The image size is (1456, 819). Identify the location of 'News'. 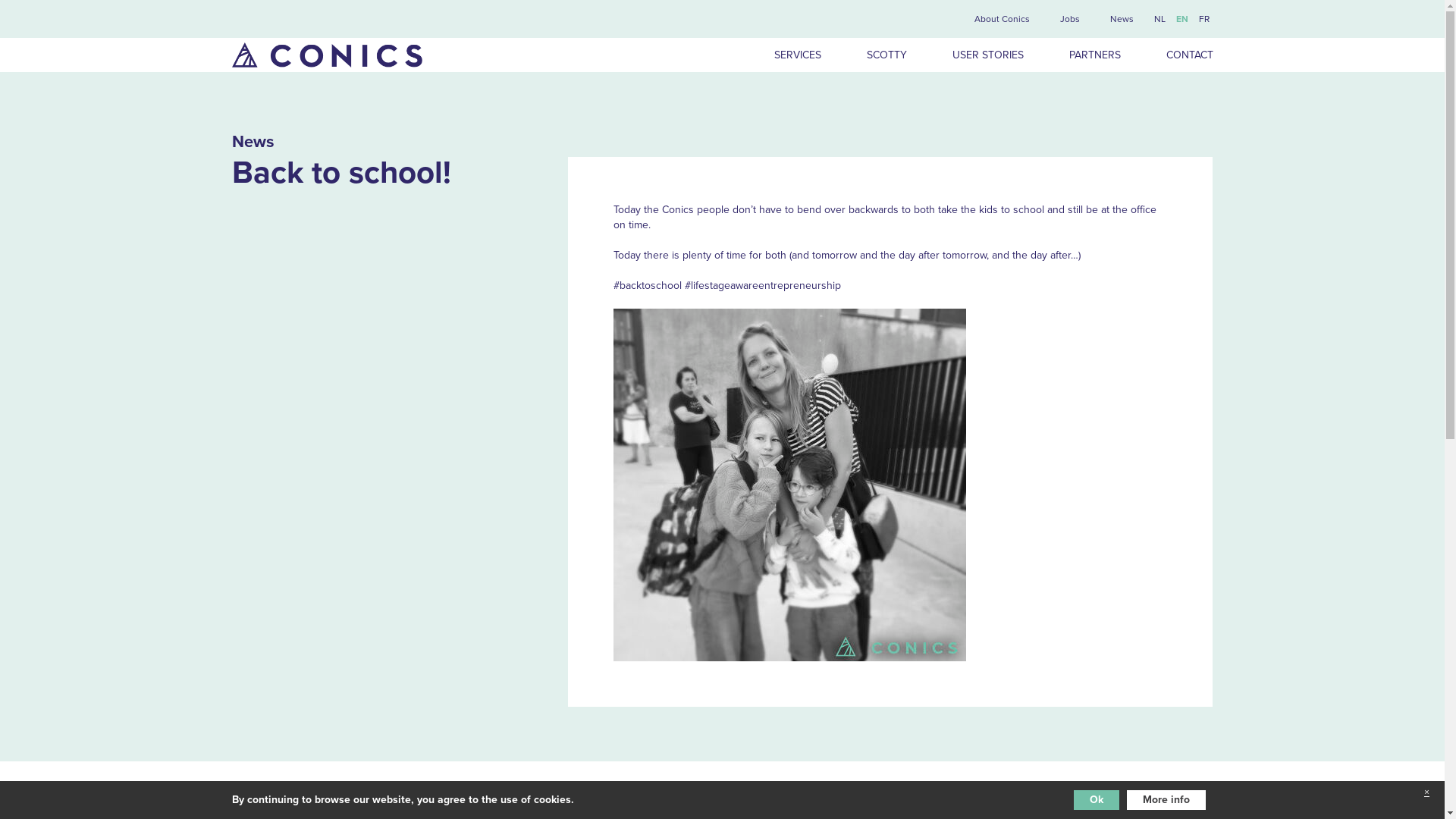
(1121, 18).